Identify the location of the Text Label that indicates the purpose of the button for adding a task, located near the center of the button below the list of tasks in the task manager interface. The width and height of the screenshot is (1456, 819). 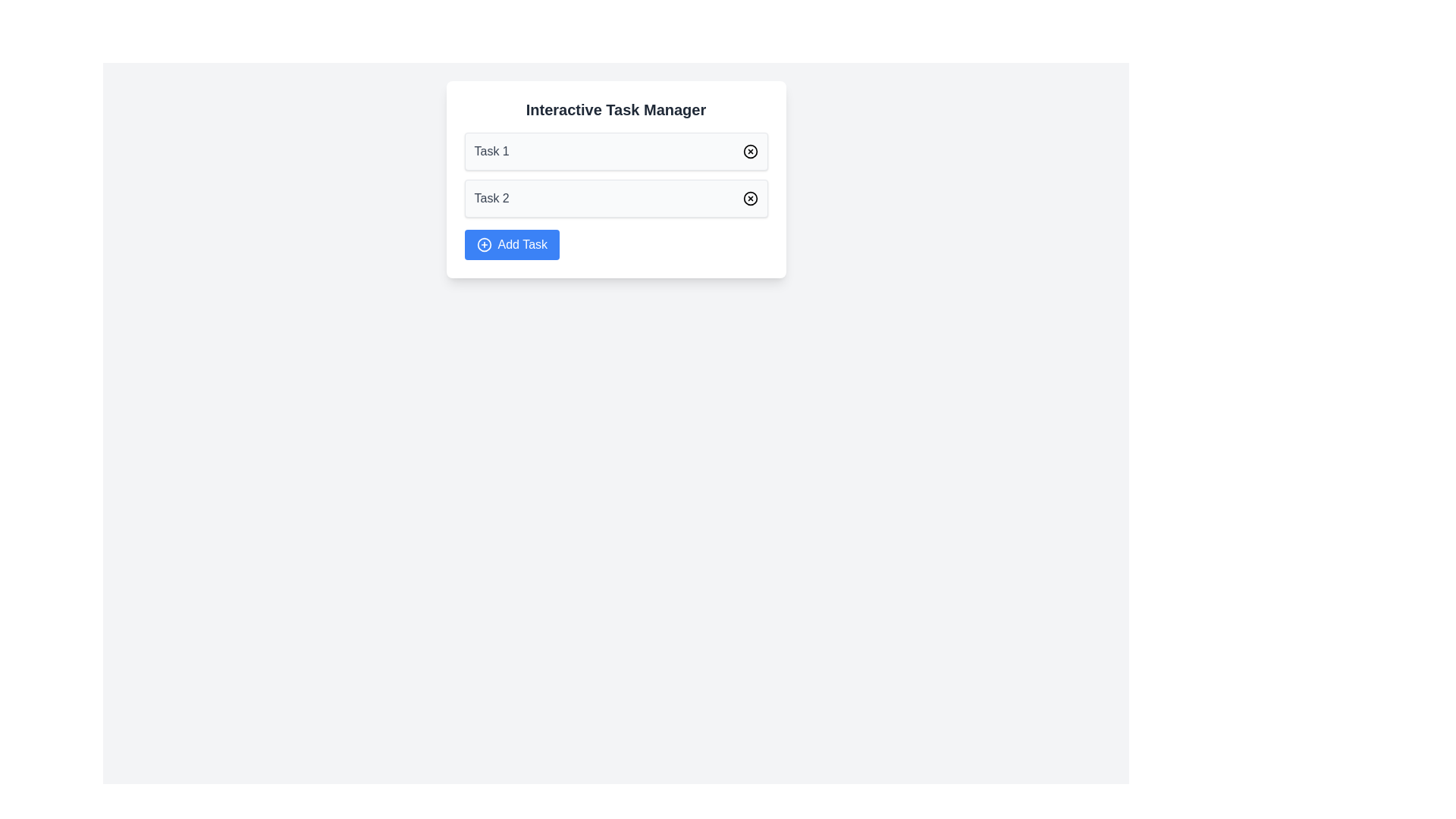
(522, 244).